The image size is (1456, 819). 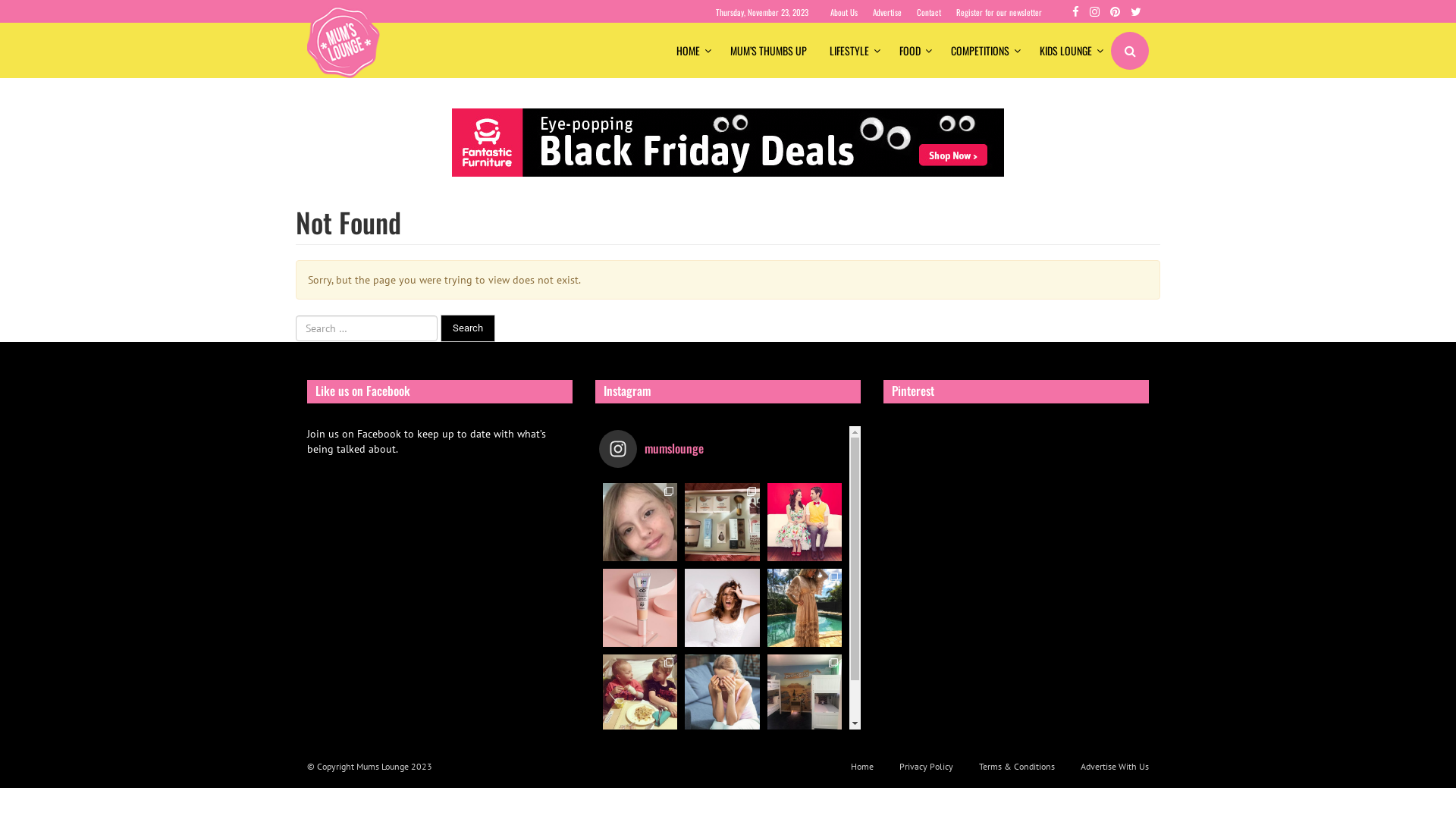 What do you see at coordinates (640, 521) in the screenshot?
I see `'~ TOURETTES SYNDROME AWARENESS WEEK ~ 11 year old'` at bounding box center [640, 521].